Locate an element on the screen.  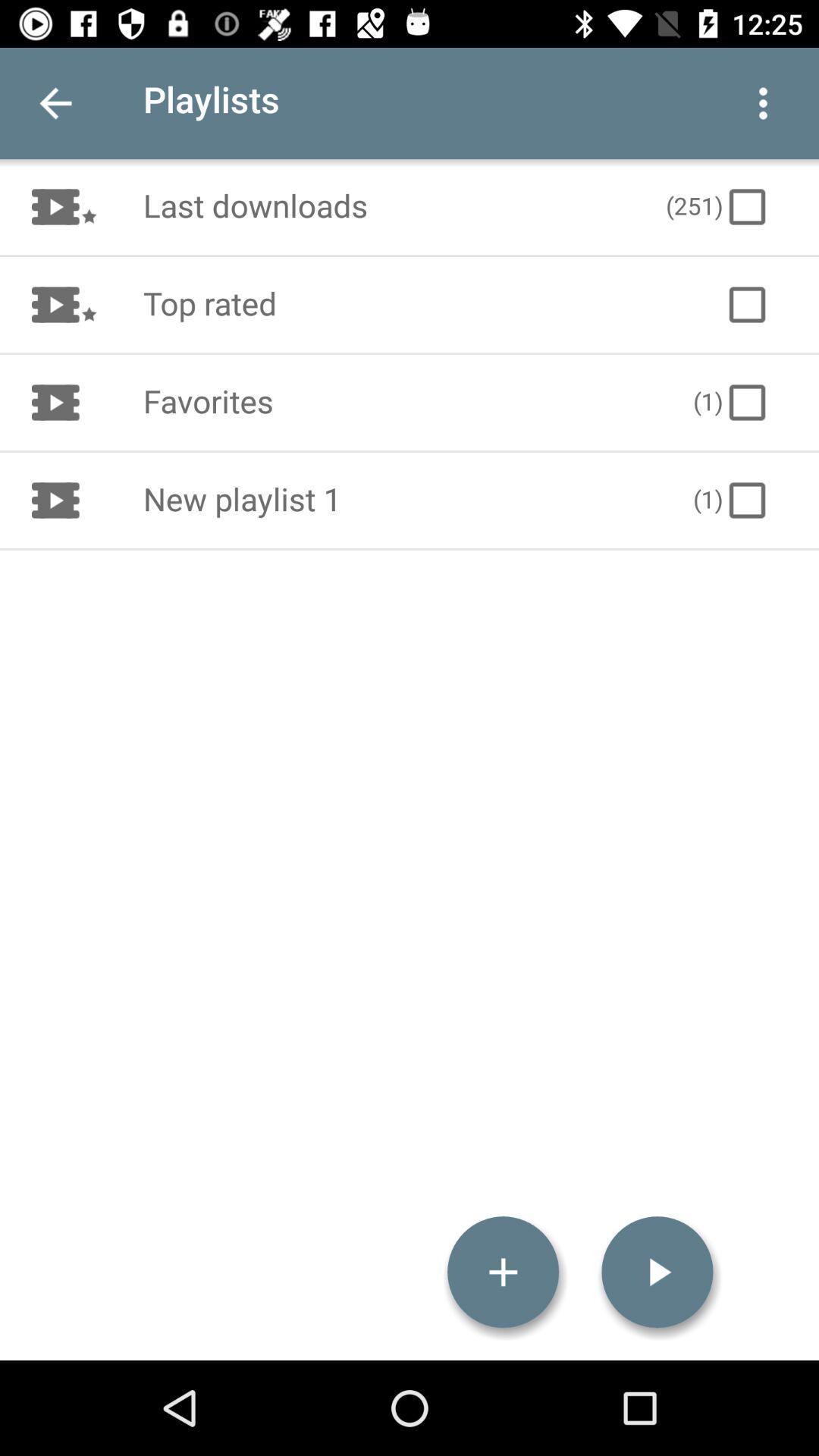
item at the center is located at coordinates (401, 500).